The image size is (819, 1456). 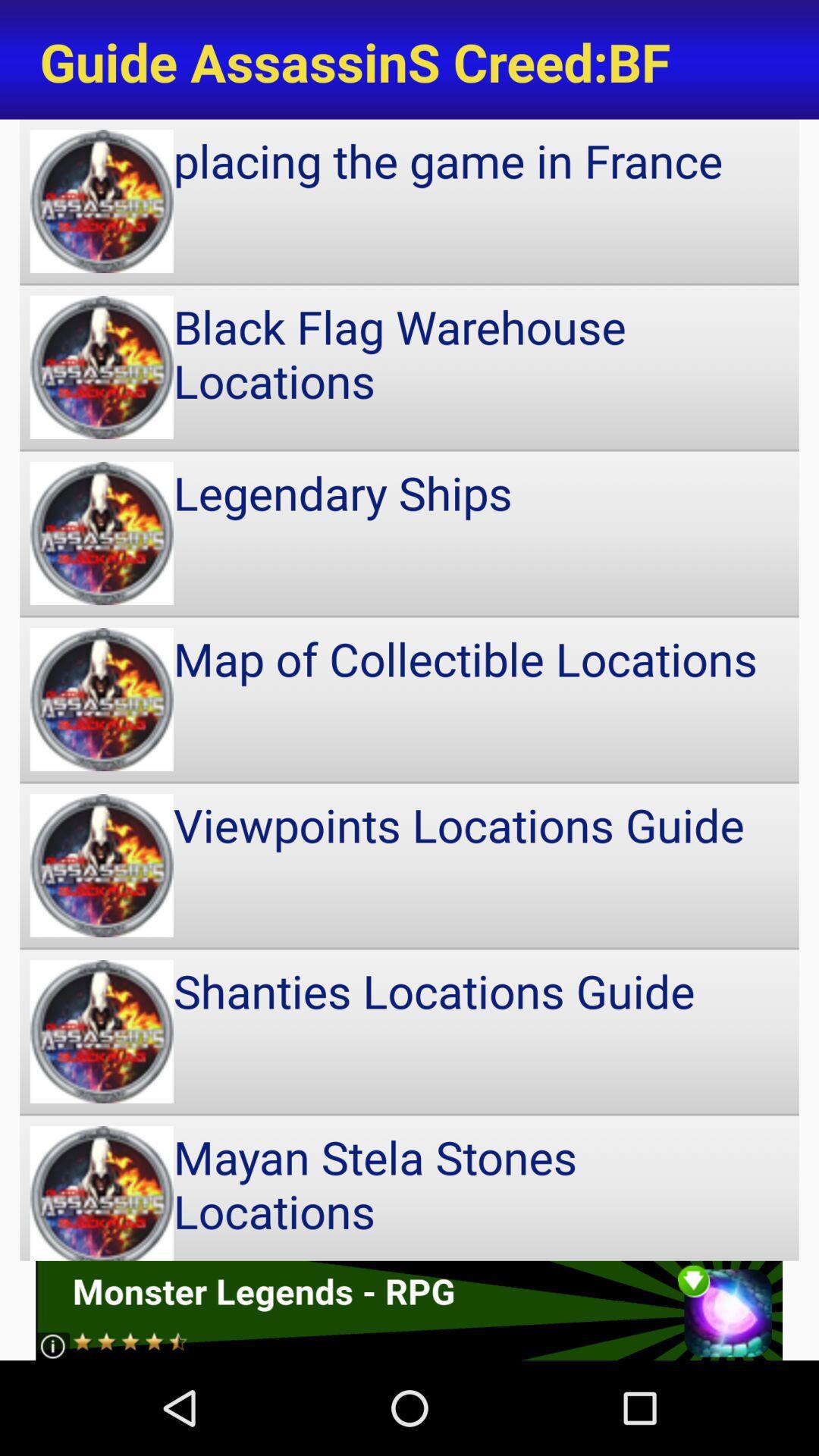 What do you see at coordinates (409, 533) in the screenshot?
I see `item above the map of collectible item` at bounding box center [409, 533].